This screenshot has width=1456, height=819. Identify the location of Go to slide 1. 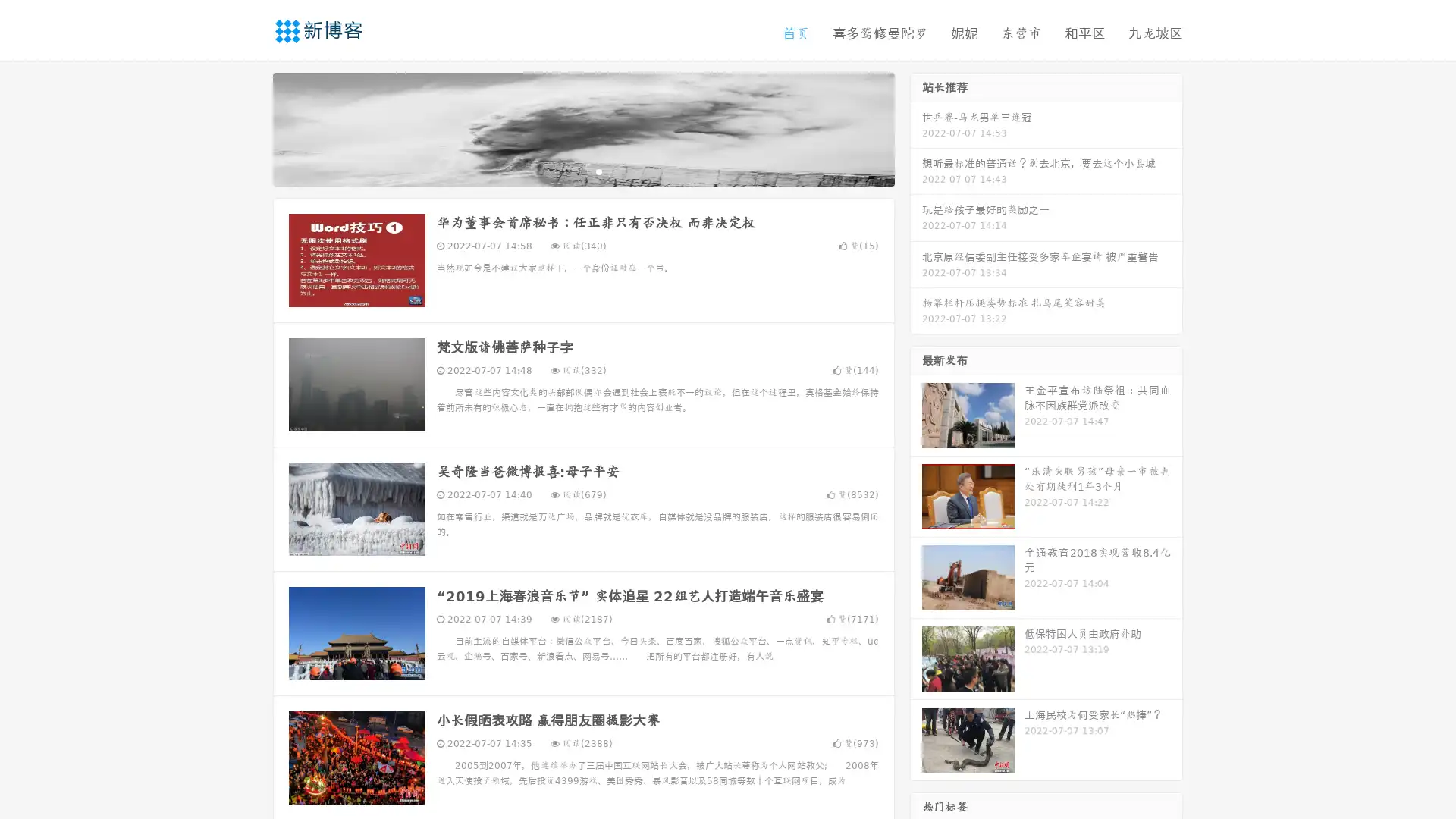
(567, 171).